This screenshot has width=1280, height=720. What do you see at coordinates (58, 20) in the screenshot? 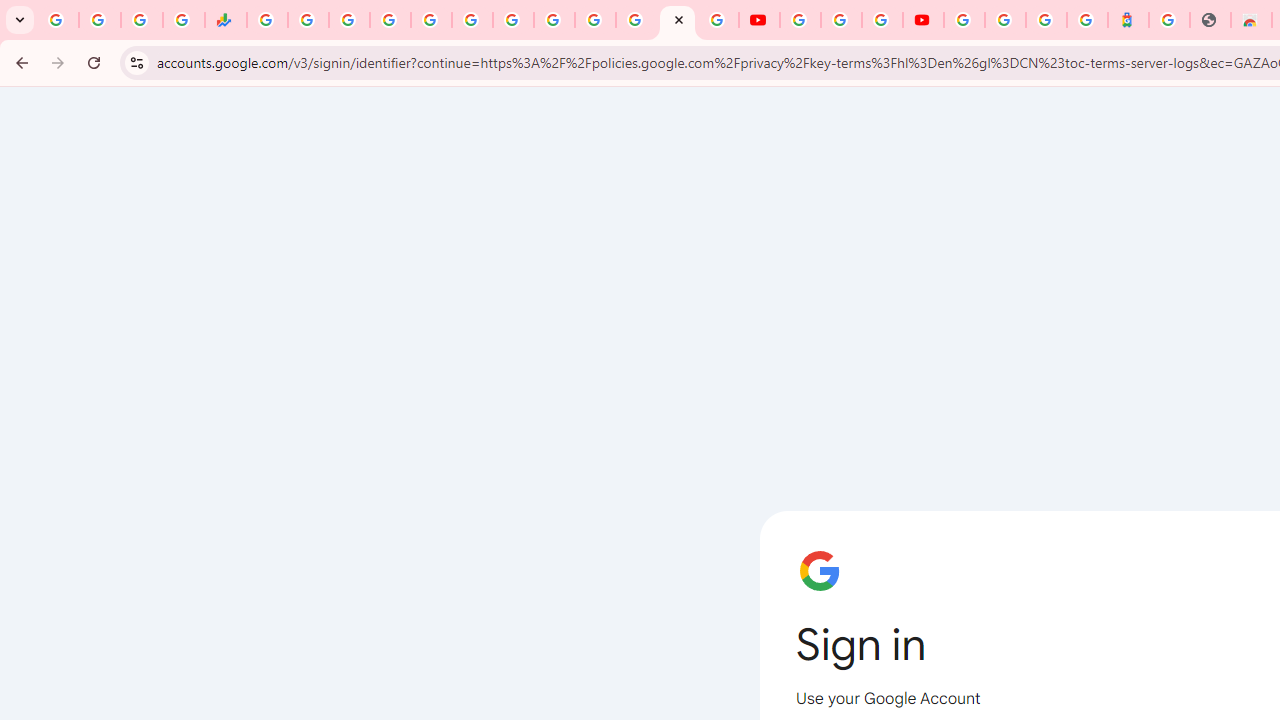
I see `'Google Workspace Admin Community'` at bounding box center [58, 20].